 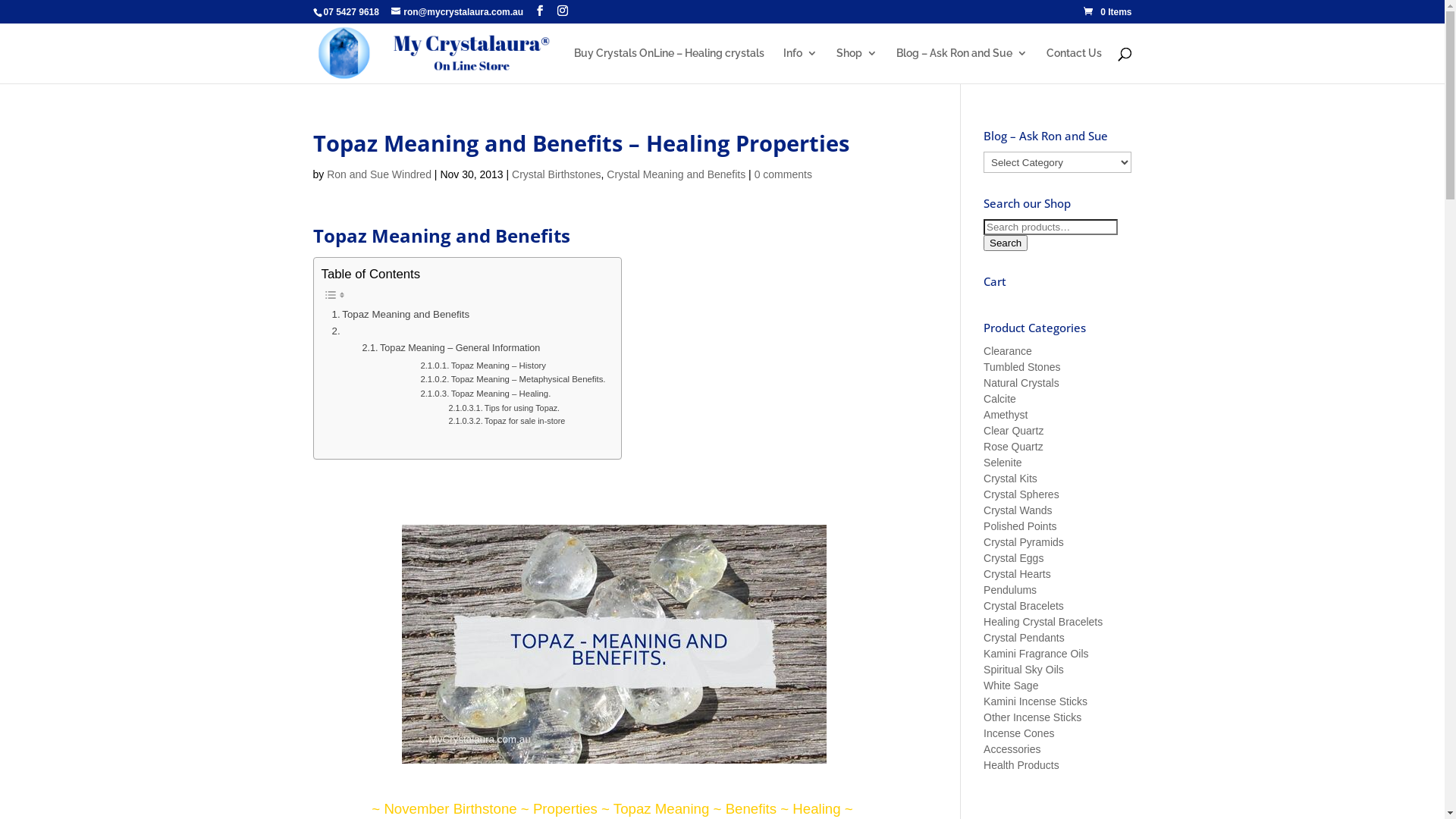 What do you see at coordinates (1020, 526) in the screenshot?
I see `'Polished Points'` at bounding box center [1020, 526].